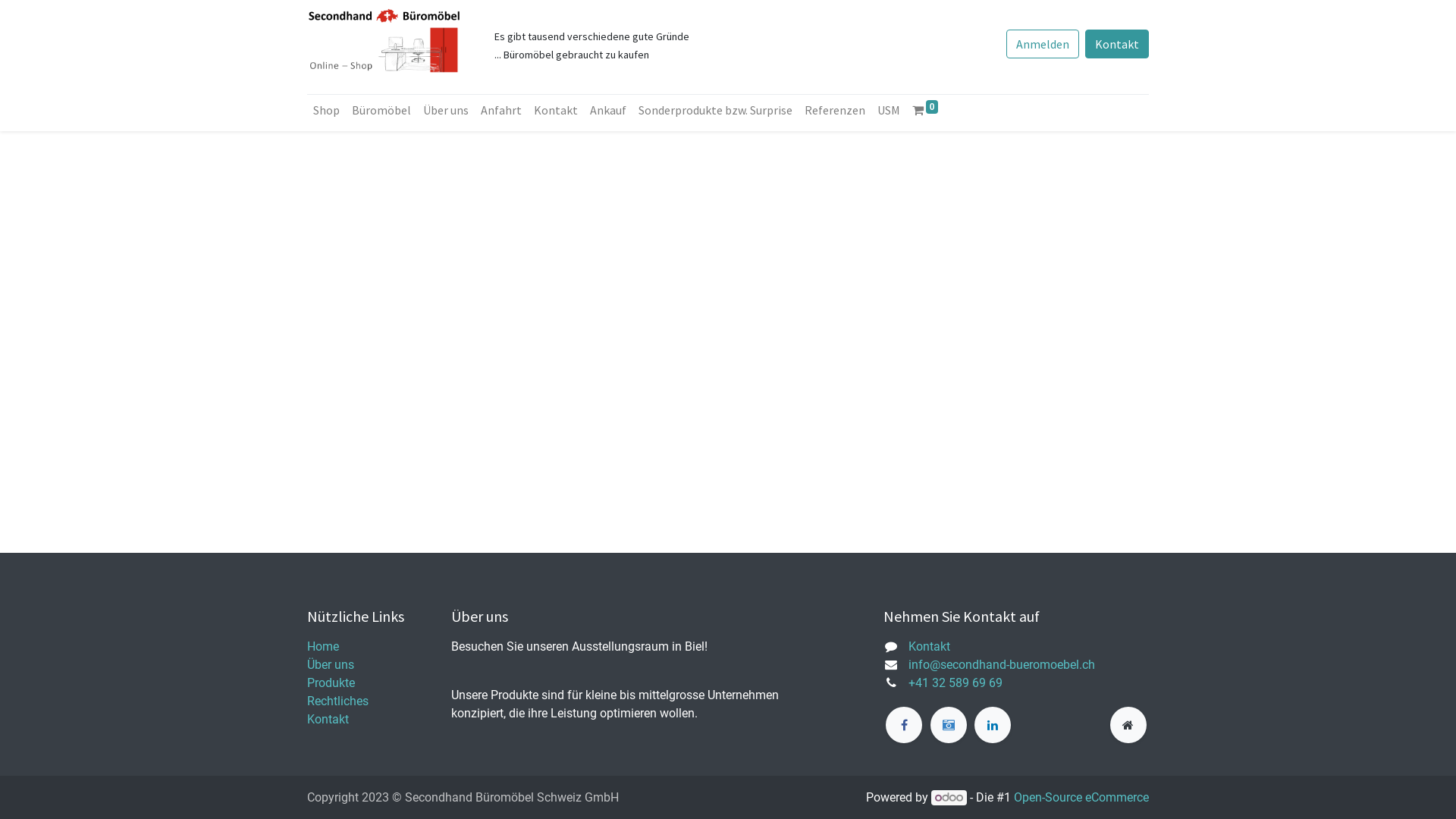 The image size is (1456, 819). What do you see at coordinates (325, 109) in the screenshot?
I see `'Shop'` at bounding box center [325, 109].